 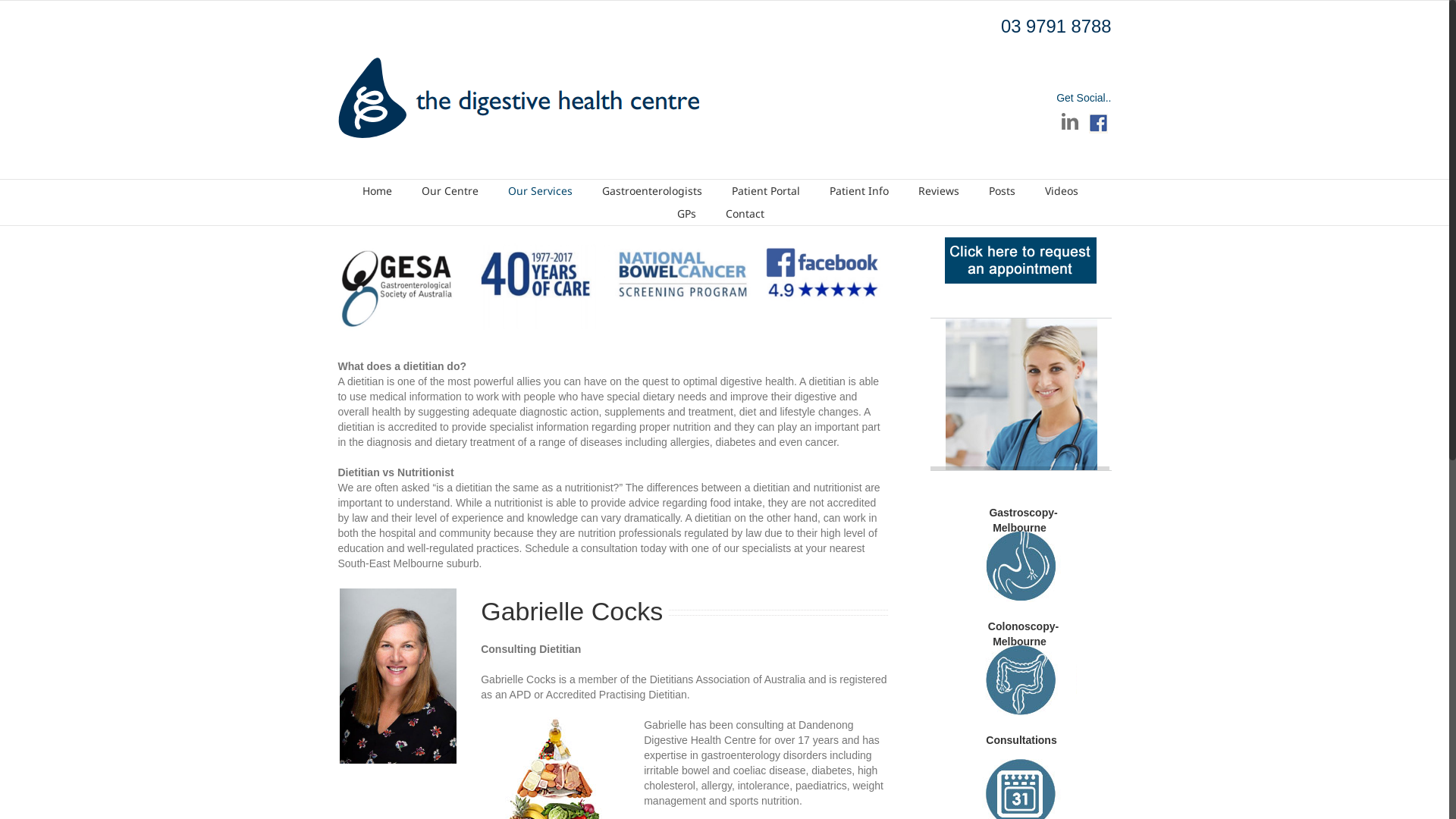 What do you see at coordinates (1069, 120) in the screenshot?
I see `'LinkedIn'` at bounding box center [1069, 120].